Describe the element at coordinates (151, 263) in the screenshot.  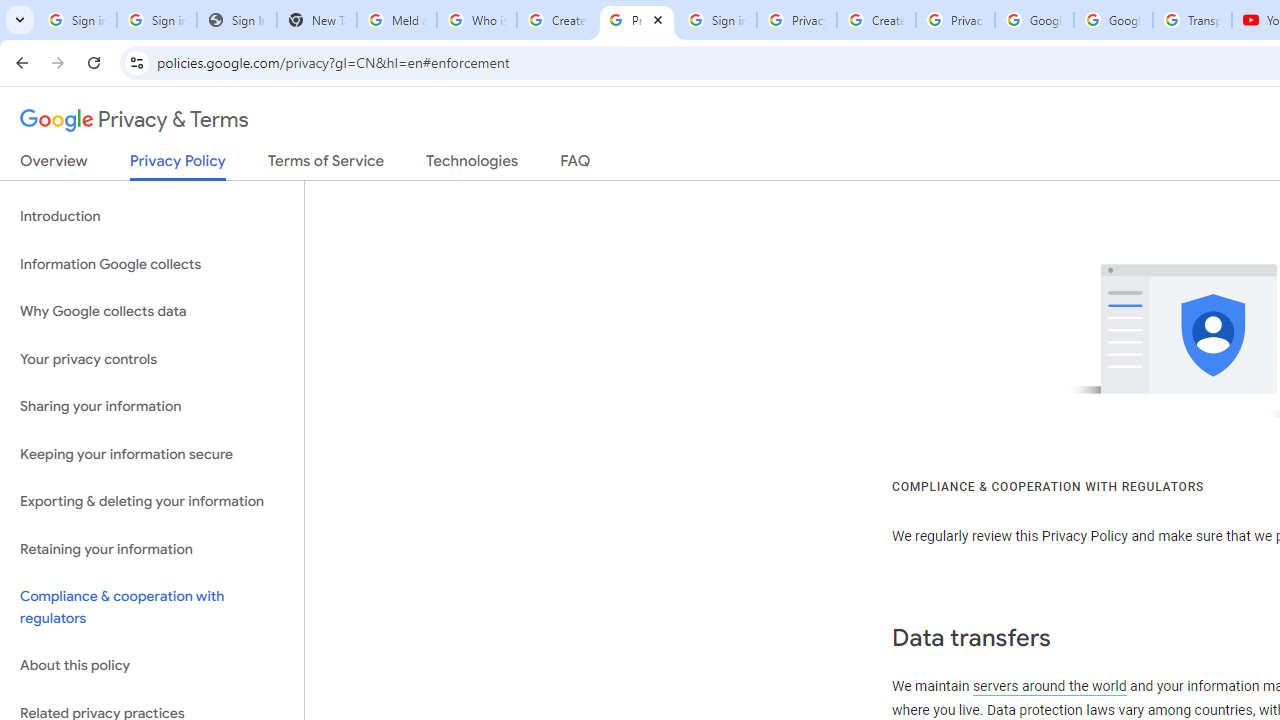
I see `'Information Google collects'` at that location.